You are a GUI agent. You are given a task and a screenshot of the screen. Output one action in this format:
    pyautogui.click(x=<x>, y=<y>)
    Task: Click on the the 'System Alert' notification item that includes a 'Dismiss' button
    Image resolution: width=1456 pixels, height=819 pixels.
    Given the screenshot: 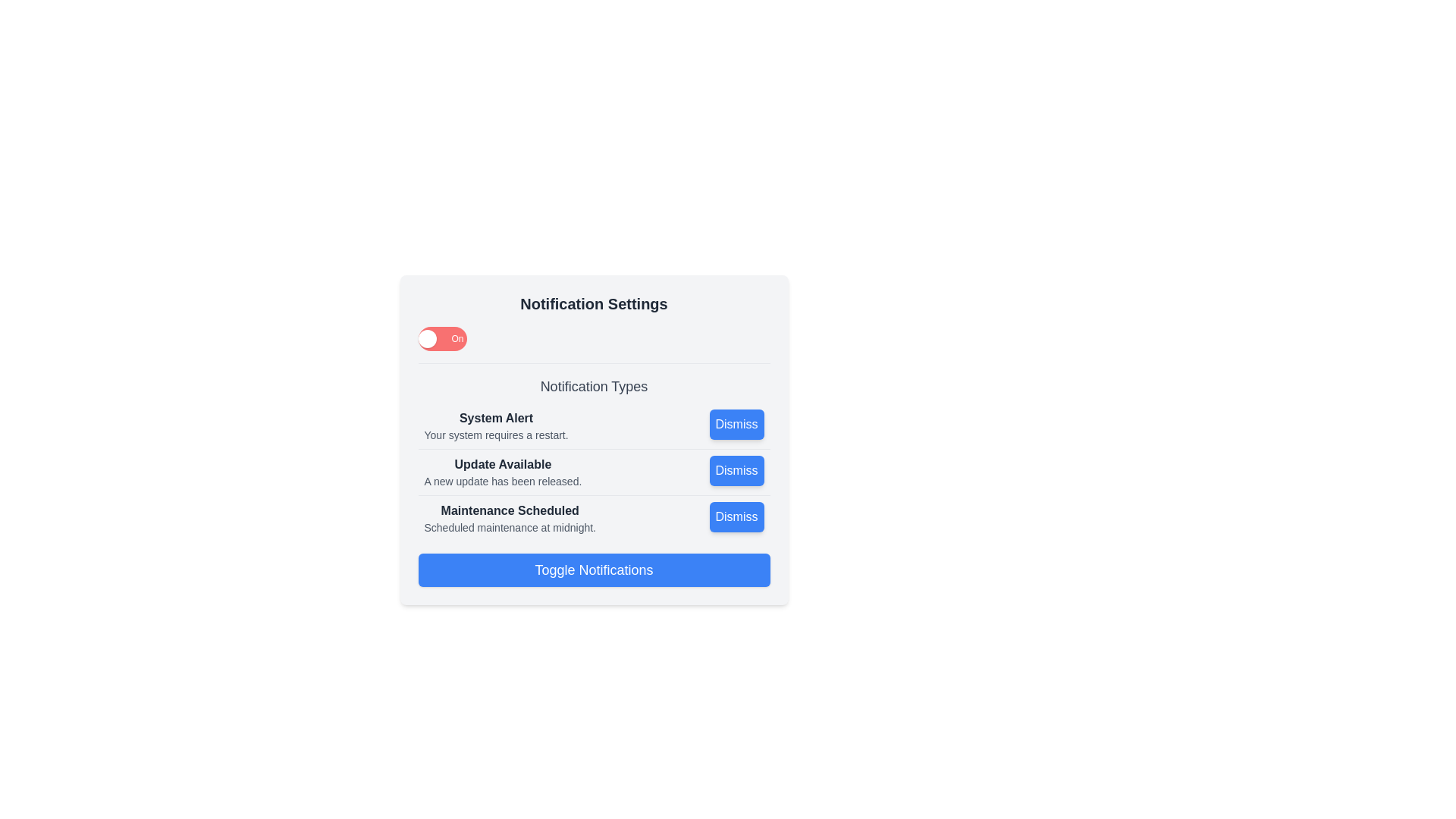 What is the action you would take?
    pyautogui.click(x=593, y=426)
    